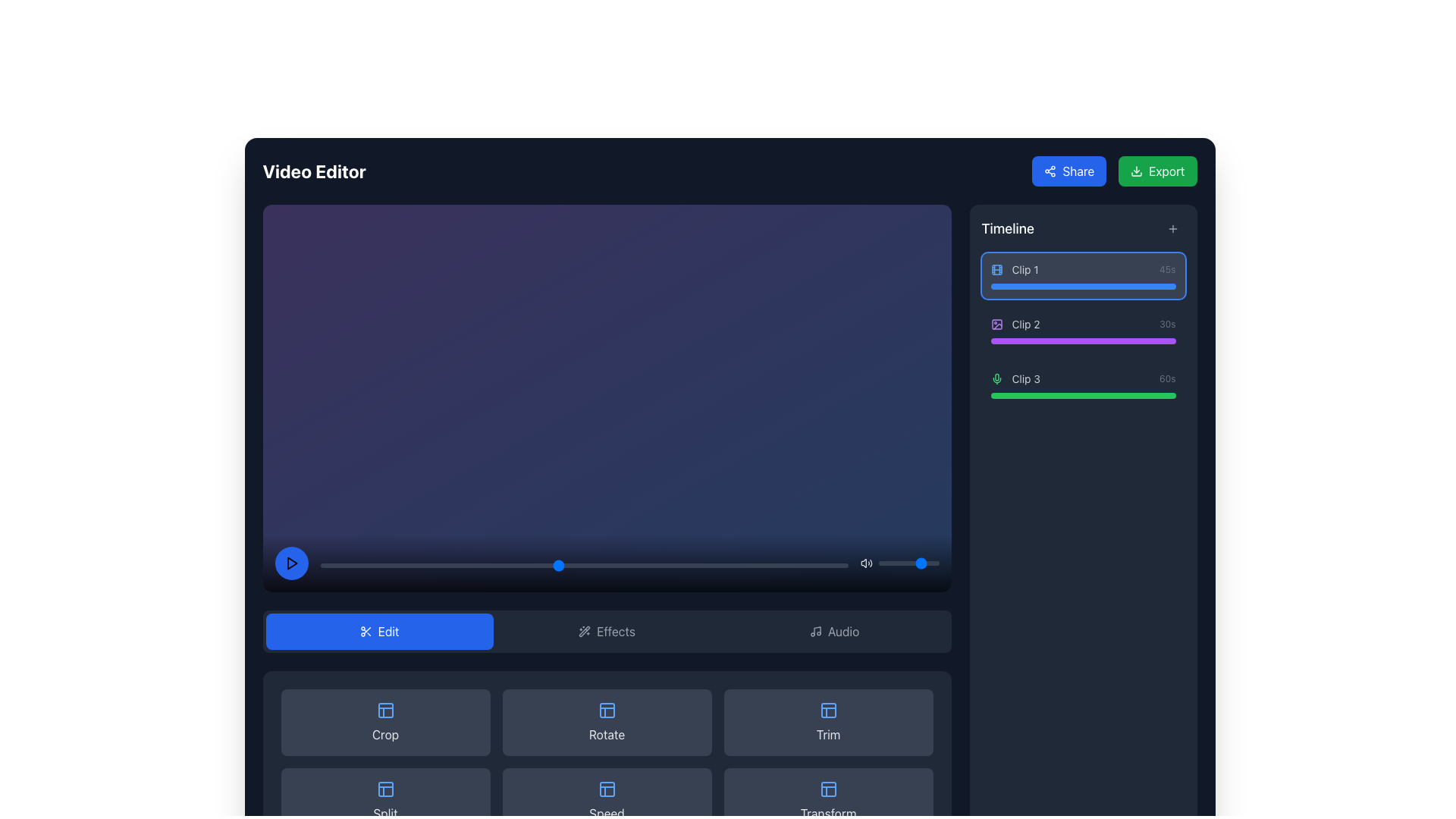 Image resolution: width=1456 pixels, height=819 pixels. I want to click on the 'Crop' button which is a blue-colored icon with text in a dark gray rounded rectangle located in the first column of the grid layout's top row, so click(385, 721).